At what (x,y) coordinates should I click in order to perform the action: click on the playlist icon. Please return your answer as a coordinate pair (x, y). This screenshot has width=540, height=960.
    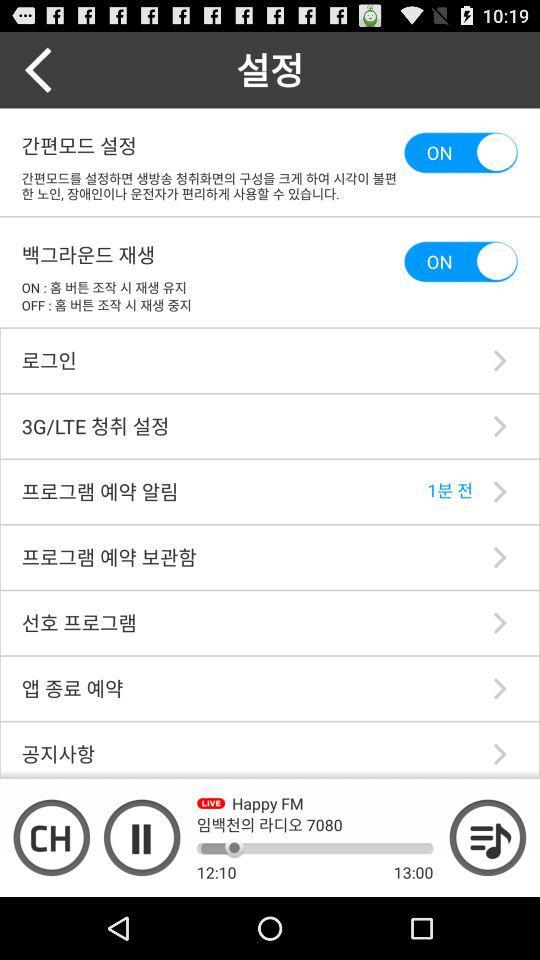
    Looking at the image, I should click on (487, 895).